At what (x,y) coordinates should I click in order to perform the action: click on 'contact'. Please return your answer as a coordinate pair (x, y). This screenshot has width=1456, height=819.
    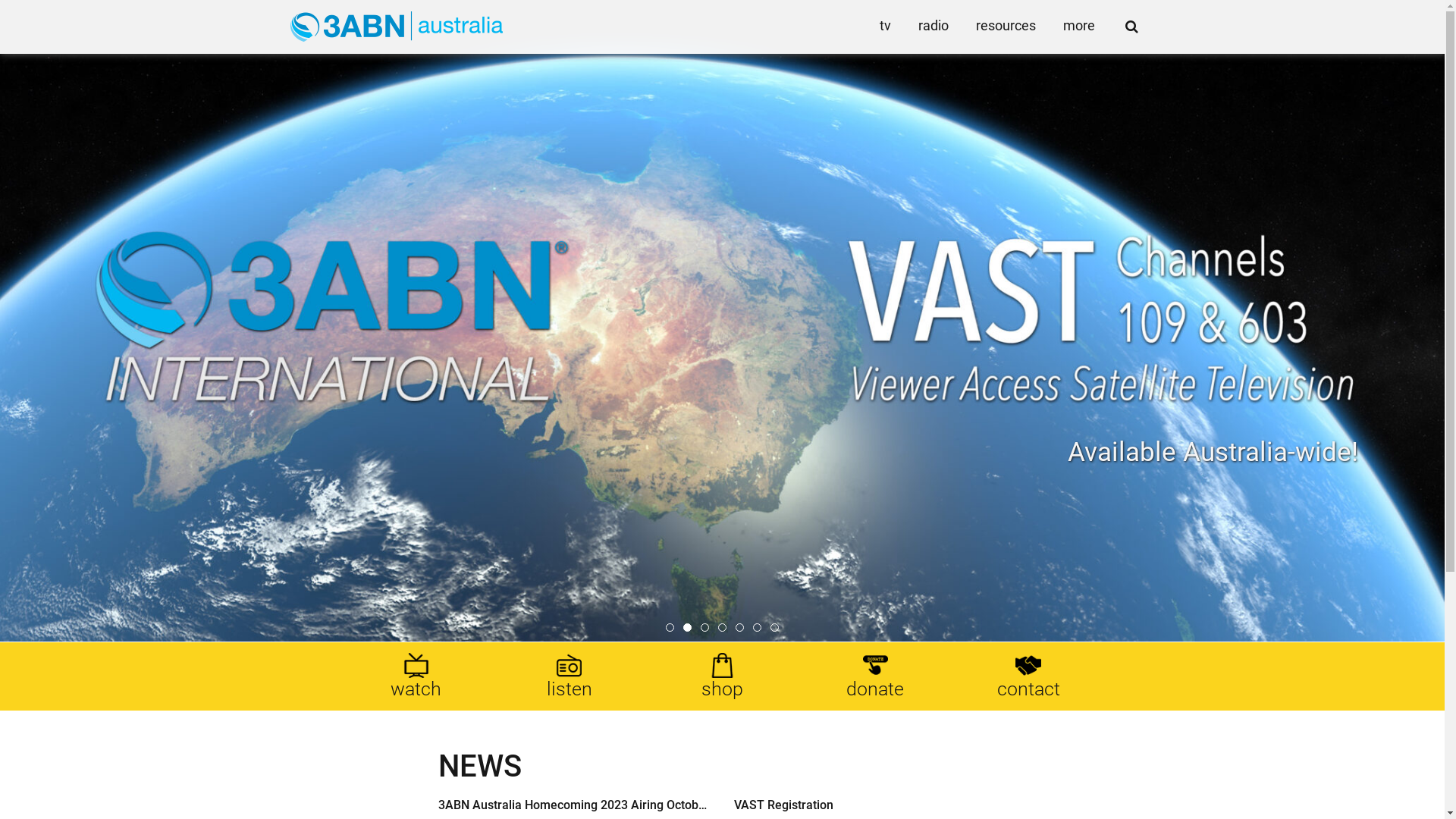
    Looking at the image, I should click on (1028, 675).